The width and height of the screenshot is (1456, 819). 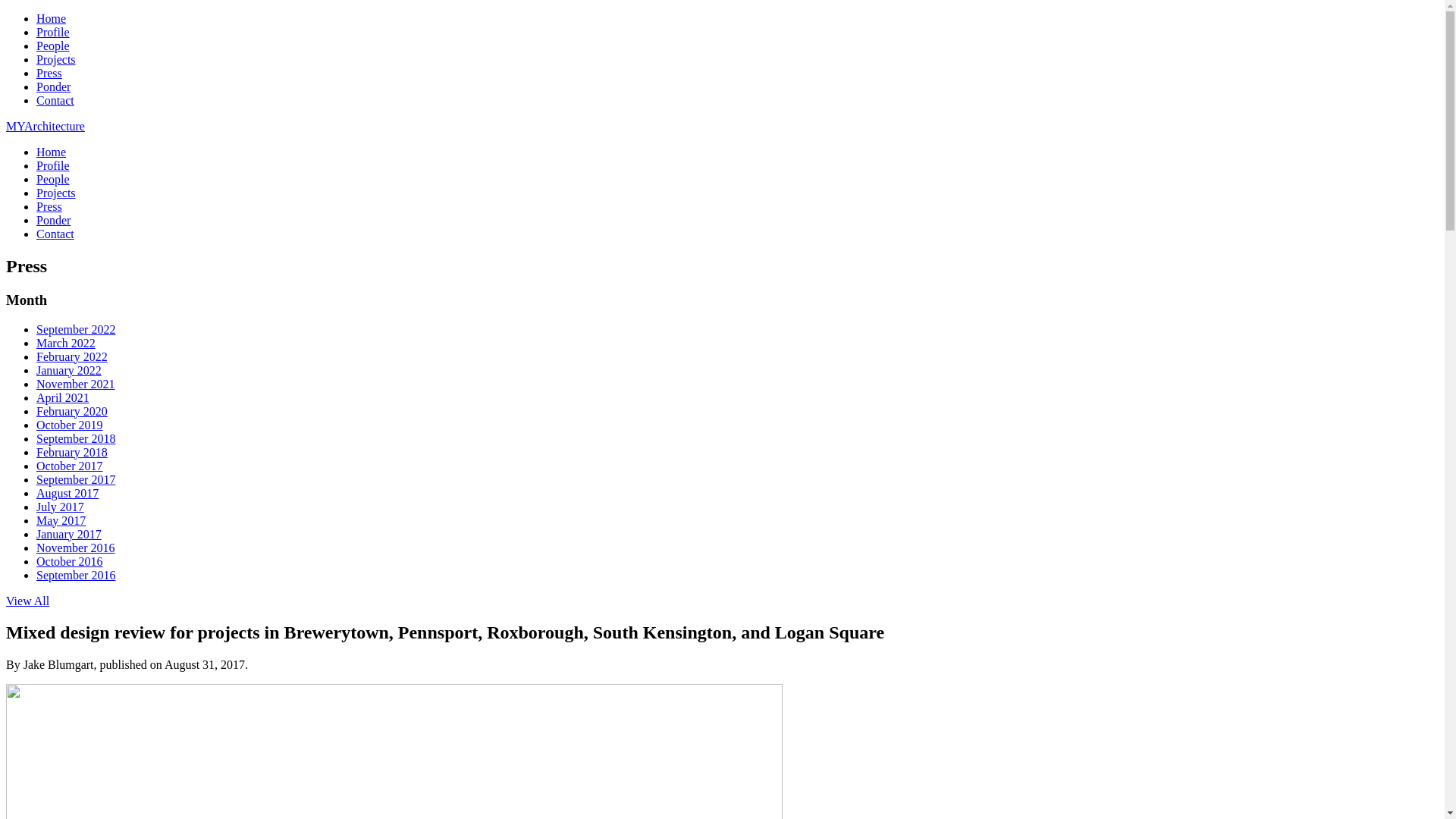 What do you see at coordinates (61, 519) in the screenshot?
I see `'May 2017'` at bounding box center [61, 519].